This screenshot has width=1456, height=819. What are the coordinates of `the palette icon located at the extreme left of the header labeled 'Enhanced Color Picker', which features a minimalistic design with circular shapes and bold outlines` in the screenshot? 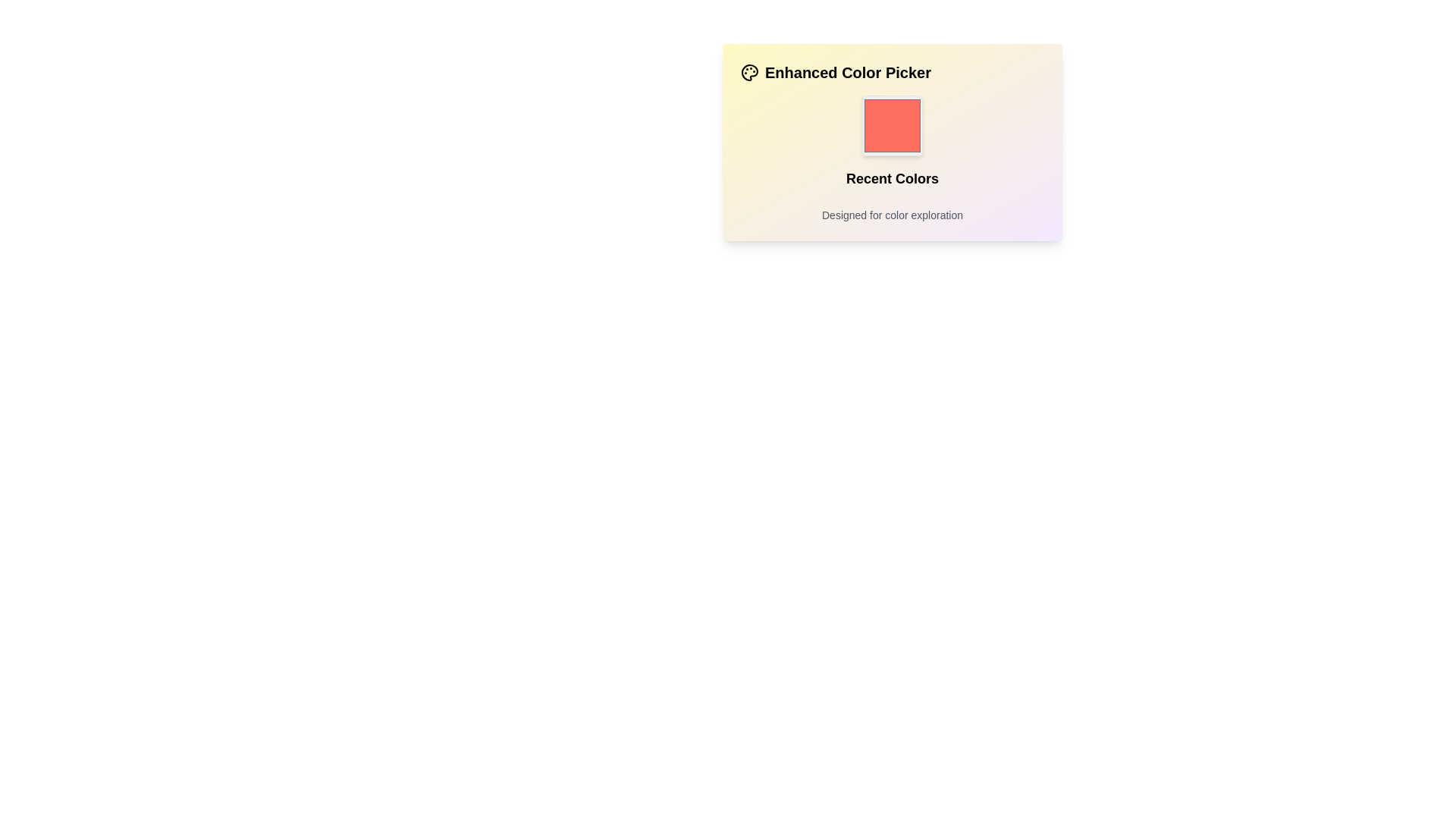 It's located at (749, 73).